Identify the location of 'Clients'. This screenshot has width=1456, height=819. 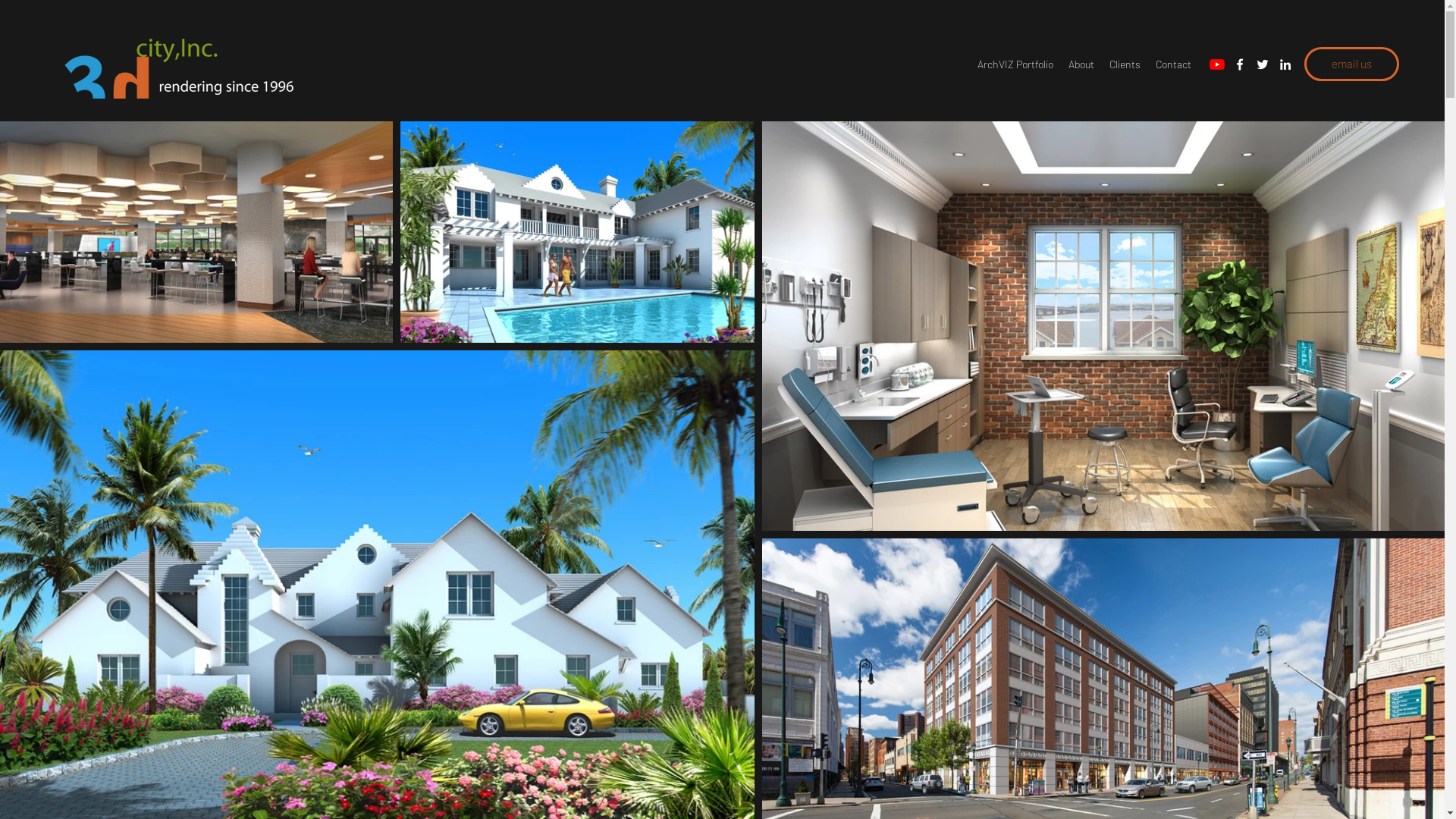
(1125, 63).